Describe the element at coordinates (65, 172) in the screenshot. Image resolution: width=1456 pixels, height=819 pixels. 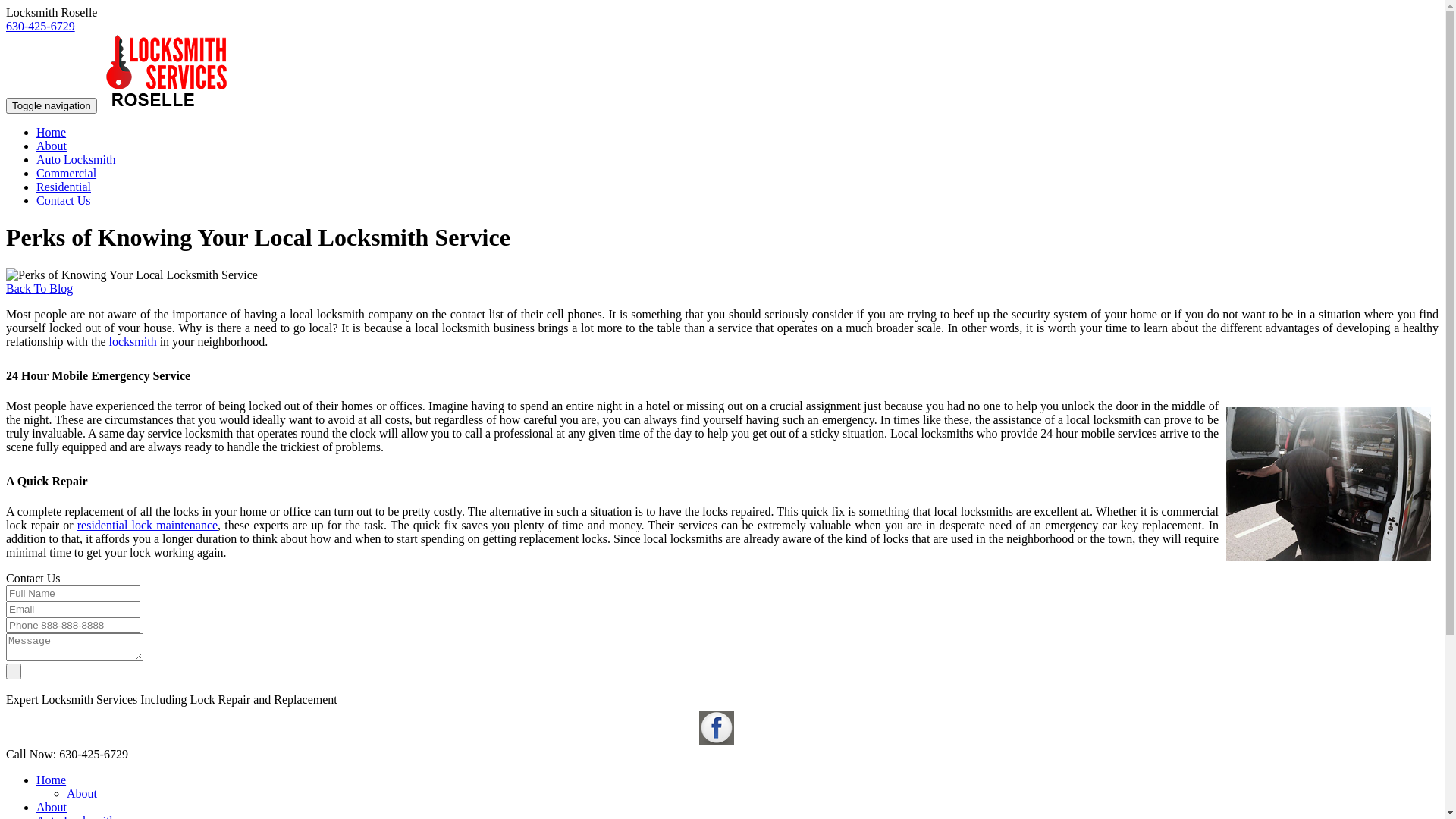
I see `'Commercial'` at that location.